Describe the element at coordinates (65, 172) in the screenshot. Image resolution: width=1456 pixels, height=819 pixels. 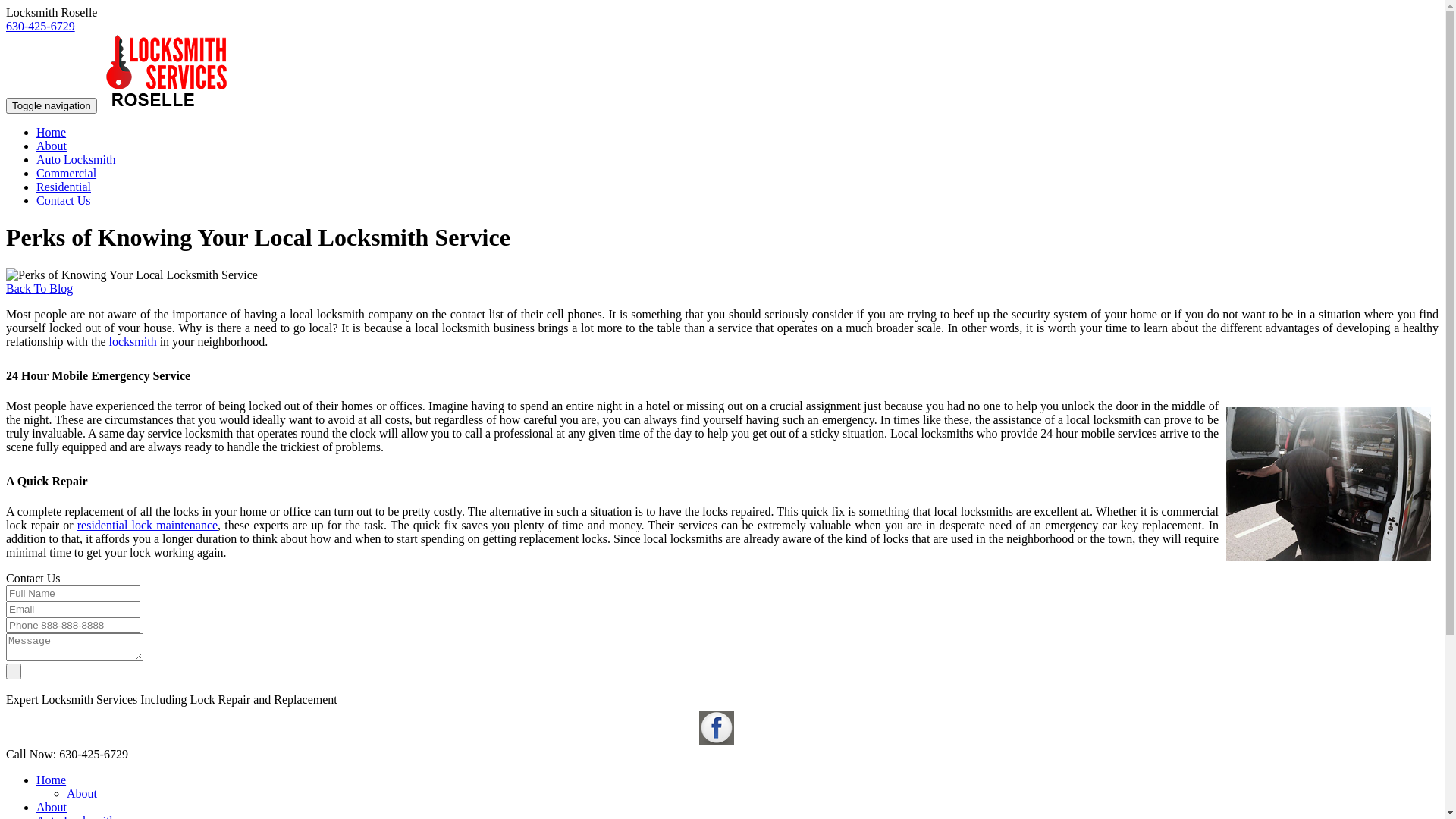
I see `'Commercial'` at that location.